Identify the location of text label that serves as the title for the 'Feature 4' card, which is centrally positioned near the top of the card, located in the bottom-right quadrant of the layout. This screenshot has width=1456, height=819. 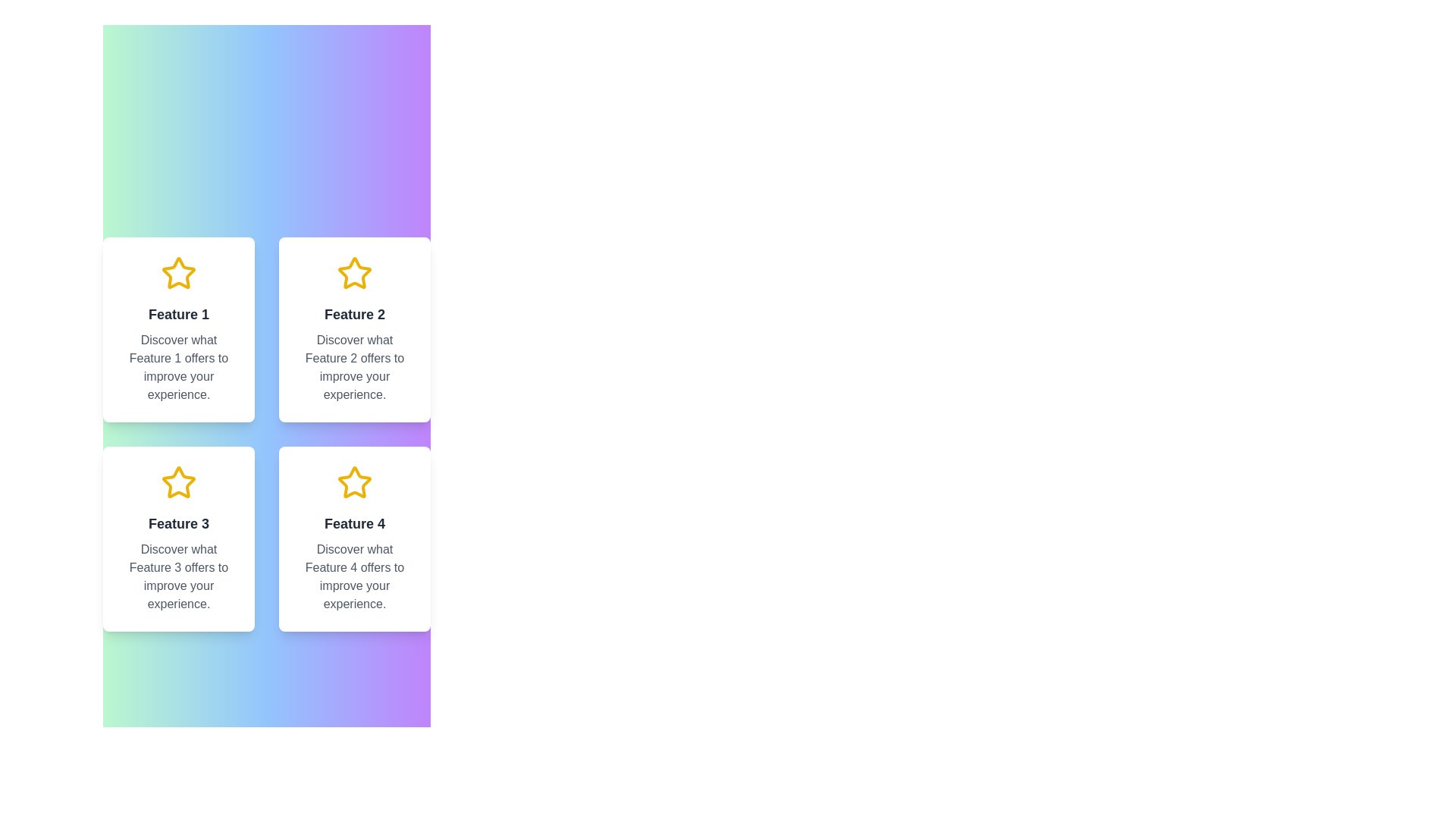
(353, 522).